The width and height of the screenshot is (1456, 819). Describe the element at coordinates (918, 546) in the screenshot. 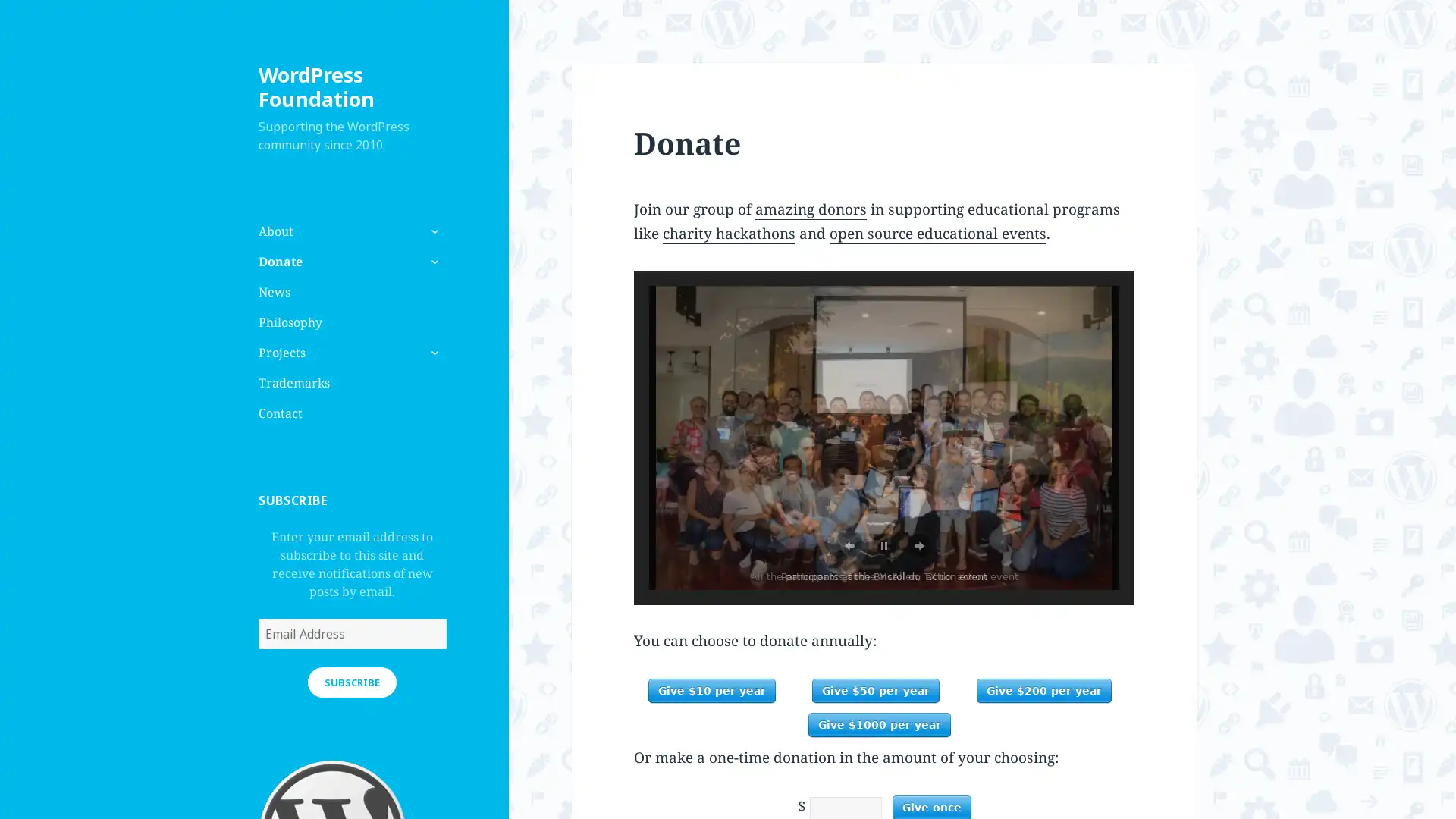

I see `Next Slide` at that location.